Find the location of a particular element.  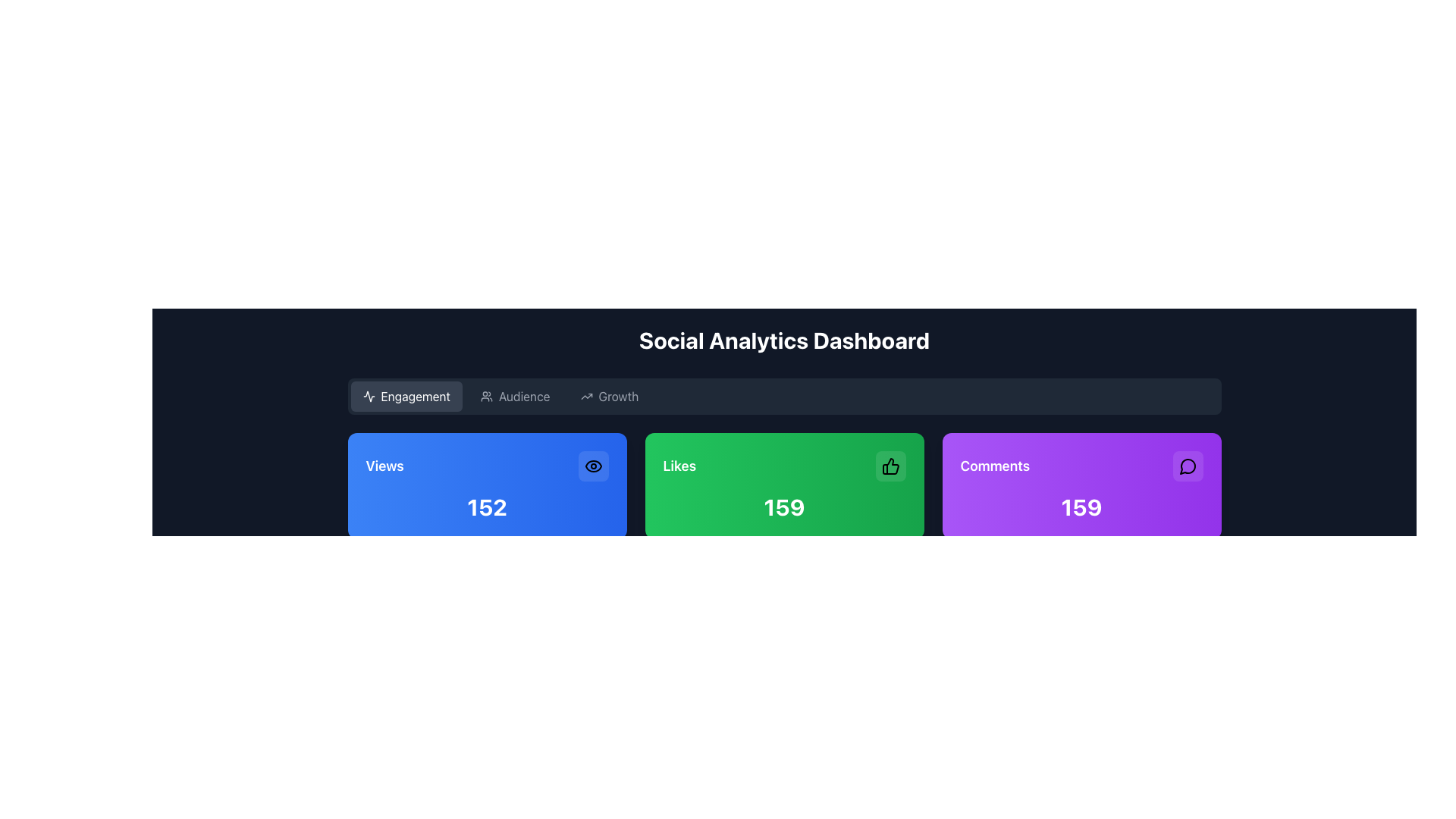

the text label 'Engagement' which is styled with white text over a gray background is located at coordinates (415, 396).